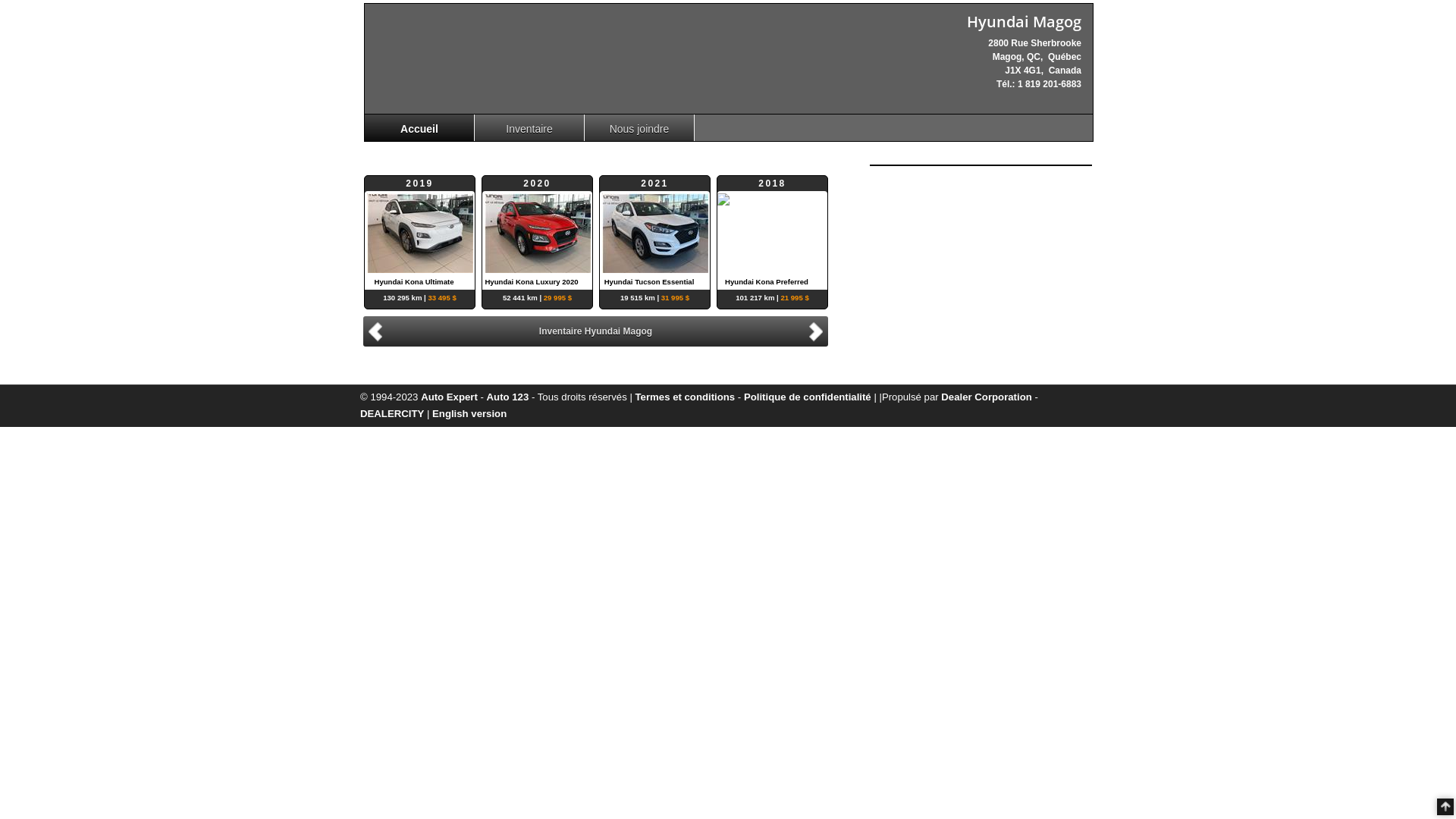 This screenshot has width=1456, height=819. Describe the element at coordinates (716, 233) in the screenshot. I see `'2018` at that location.